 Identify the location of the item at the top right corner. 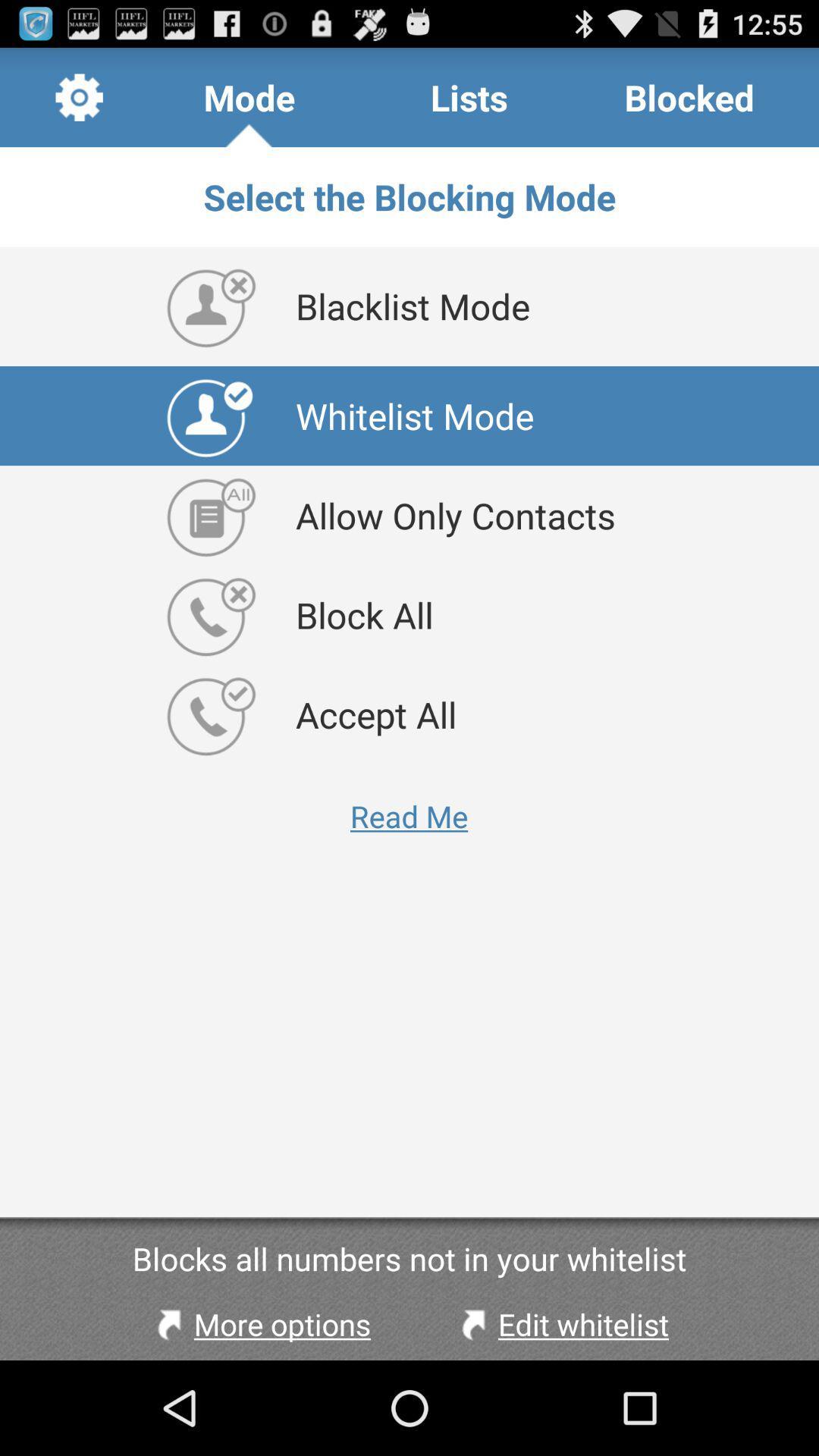
(689, 96).